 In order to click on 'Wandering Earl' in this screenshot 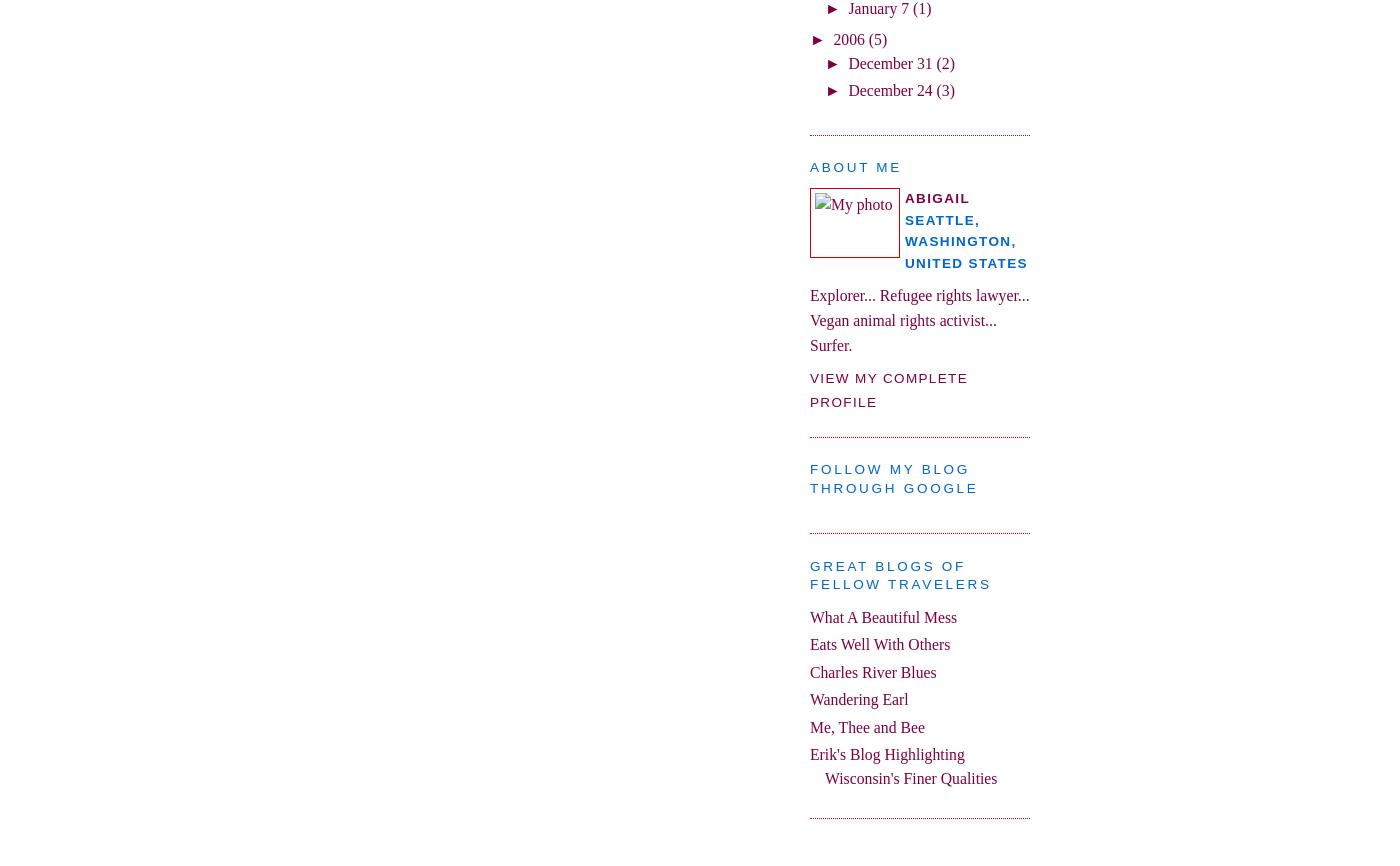, I will do `click(859, 698)`.